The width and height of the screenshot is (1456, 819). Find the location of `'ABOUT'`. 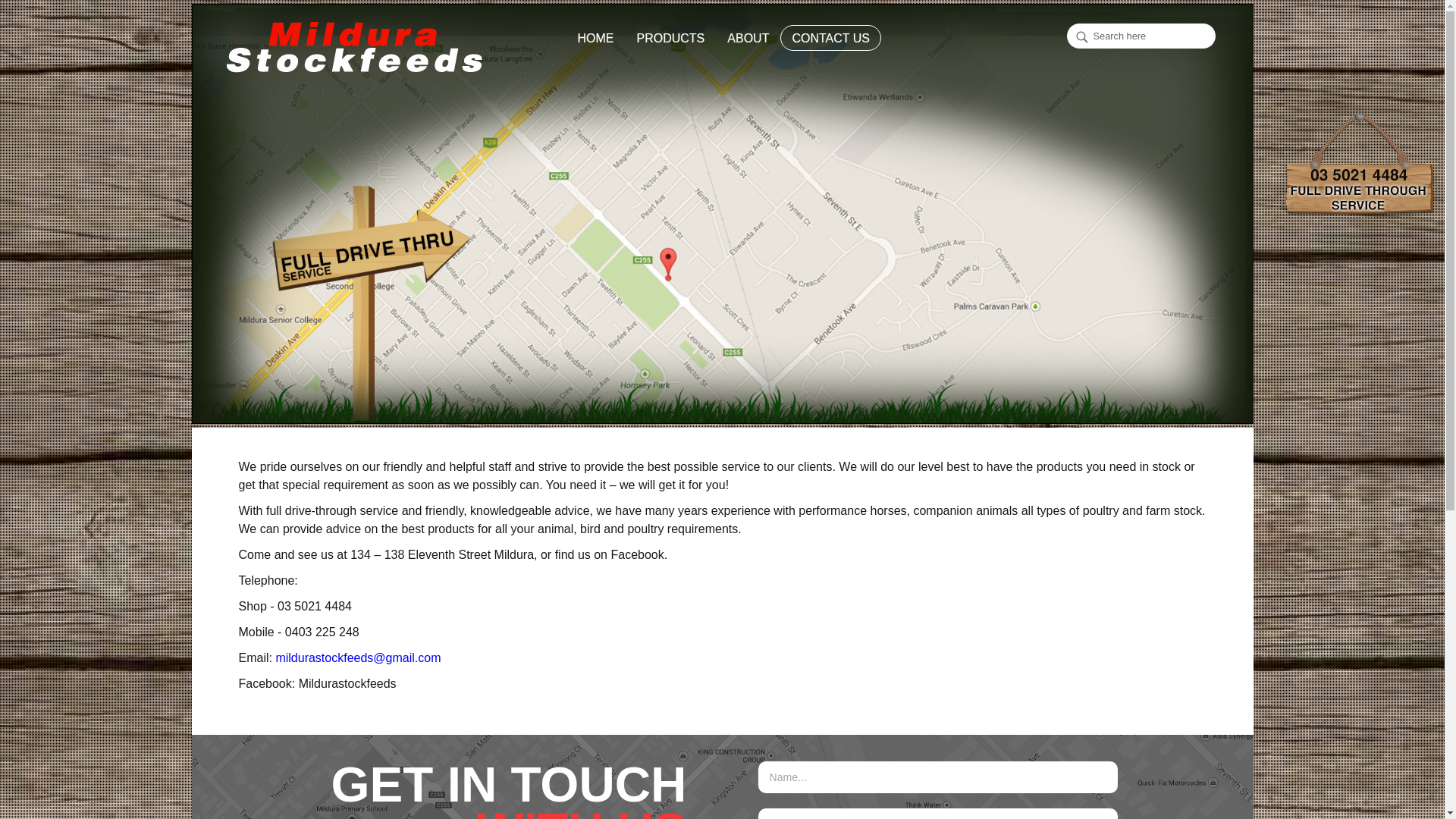

'ABOUT' is located at coordinates (716, 37).